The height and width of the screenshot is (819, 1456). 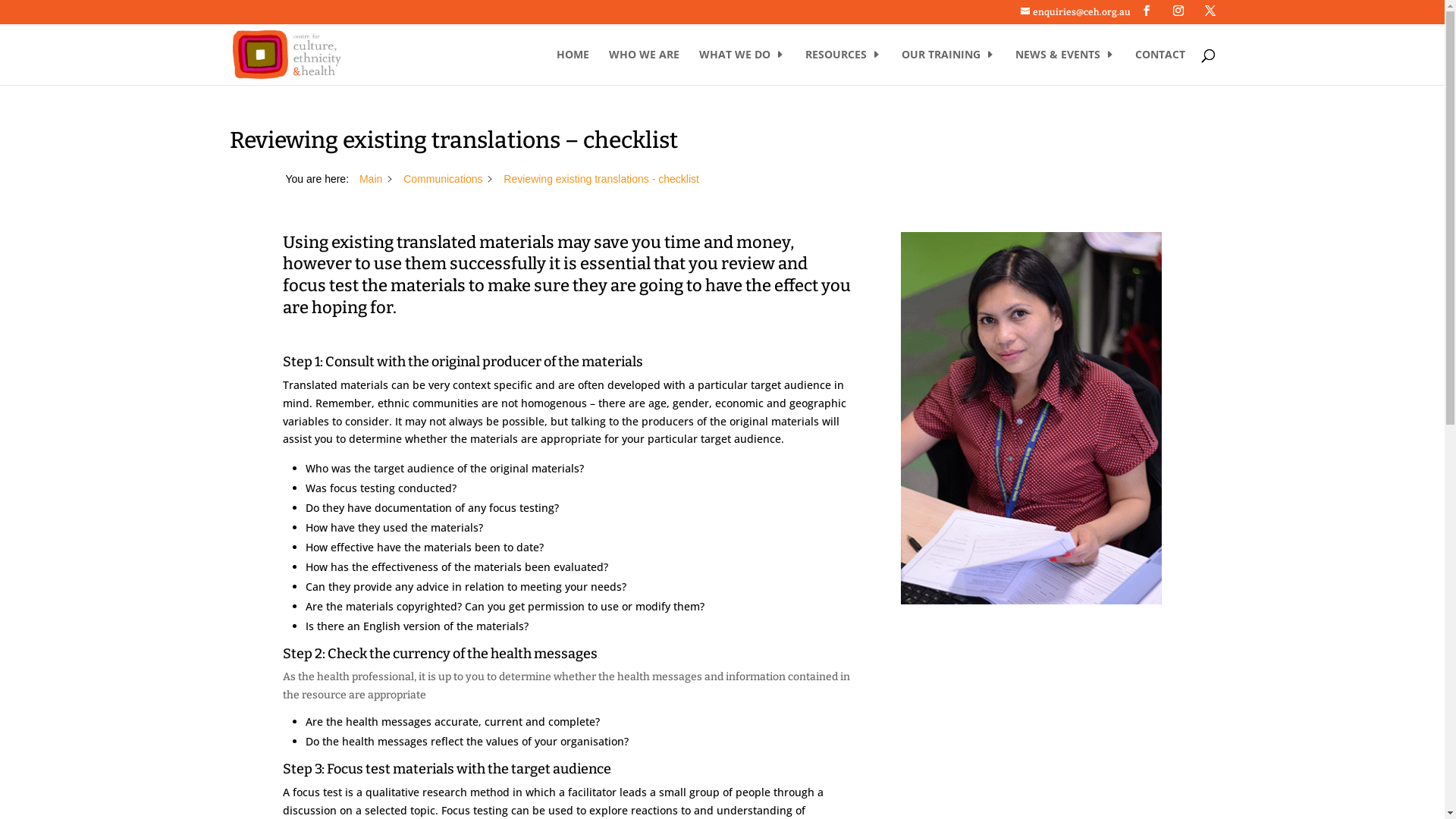 I want to click on 'HOME', so click(x=572, y=66).